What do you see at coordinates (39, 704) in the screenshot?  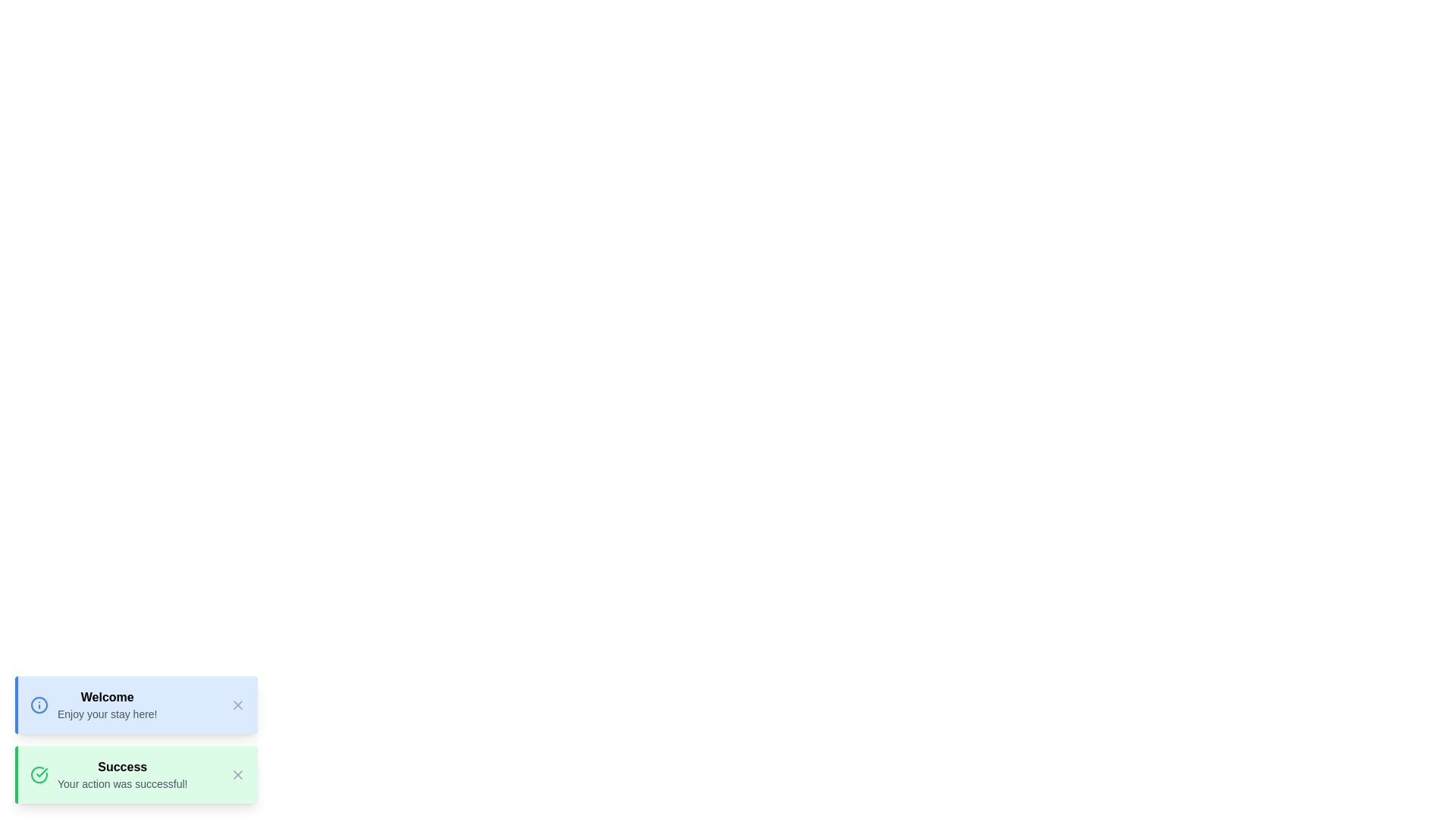 I see `the icon representing the notification type info` at bounding box center [39, 704].